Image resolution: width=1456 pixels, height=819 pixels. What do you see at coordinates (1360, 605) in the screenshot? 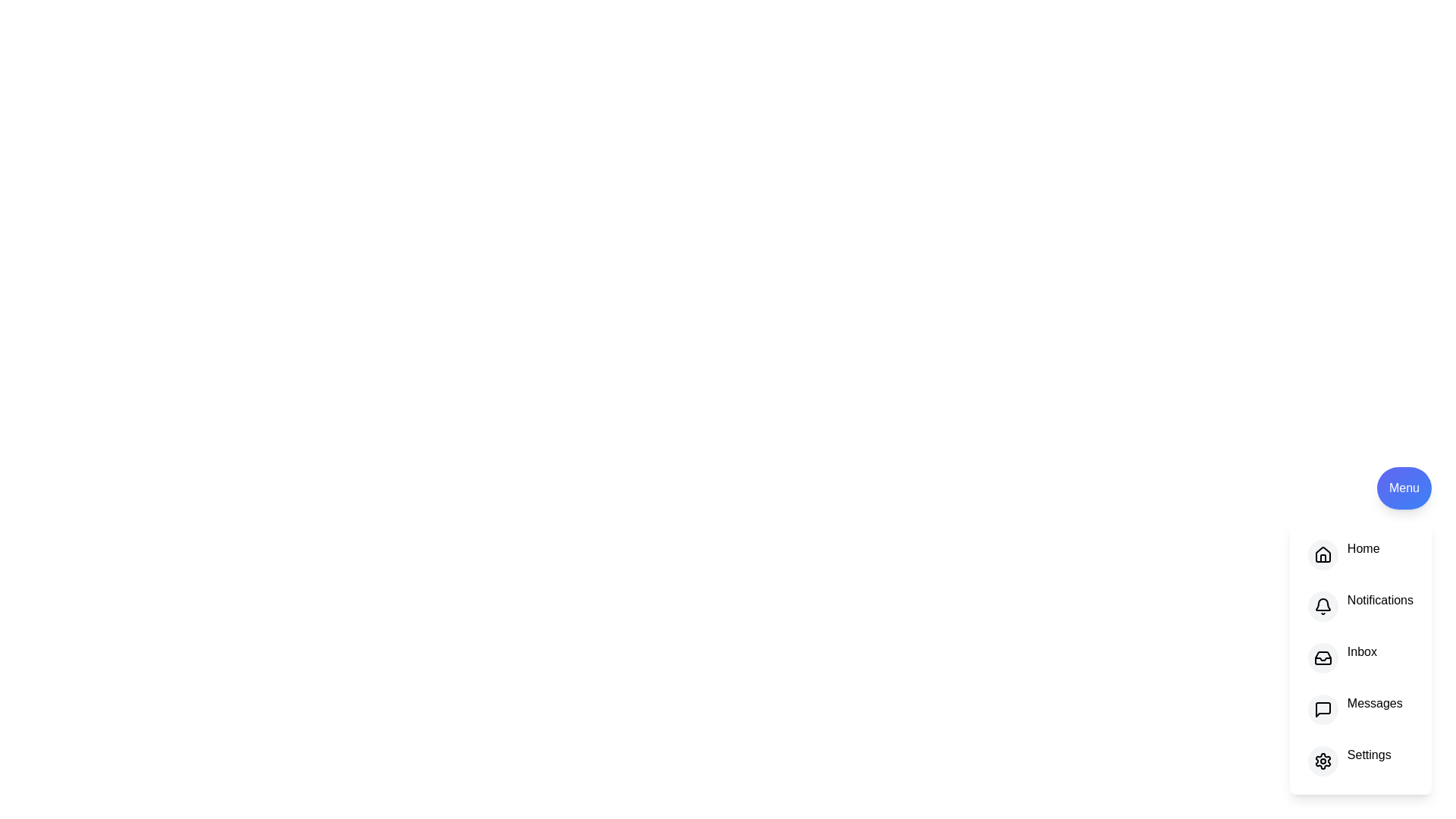
I see `the option Notifications in the menu to see the hover effect` at bounding box center [1360, 605].